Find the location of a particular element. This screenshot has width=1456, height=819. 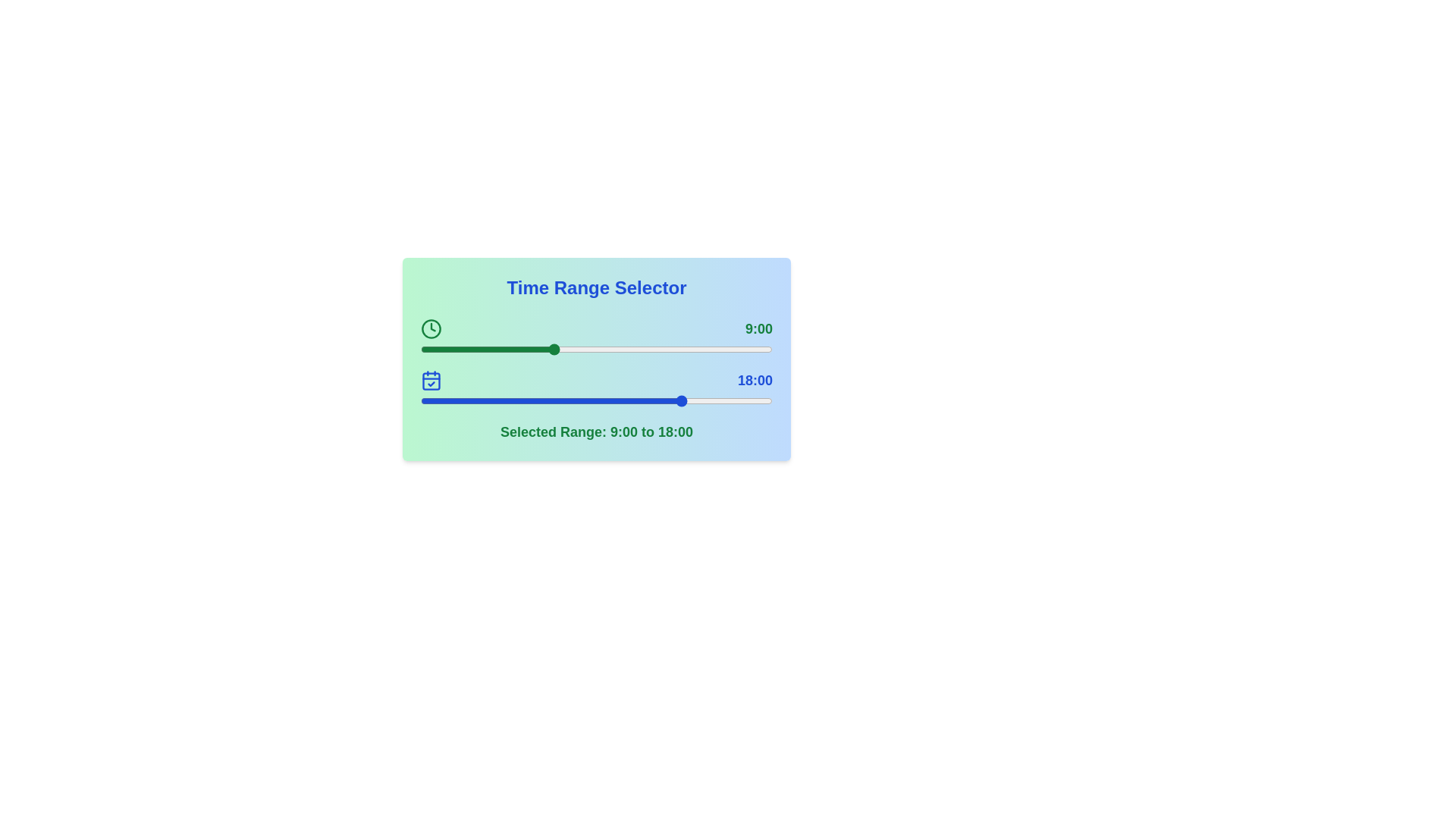

the time is located at coordinates (743, 400).